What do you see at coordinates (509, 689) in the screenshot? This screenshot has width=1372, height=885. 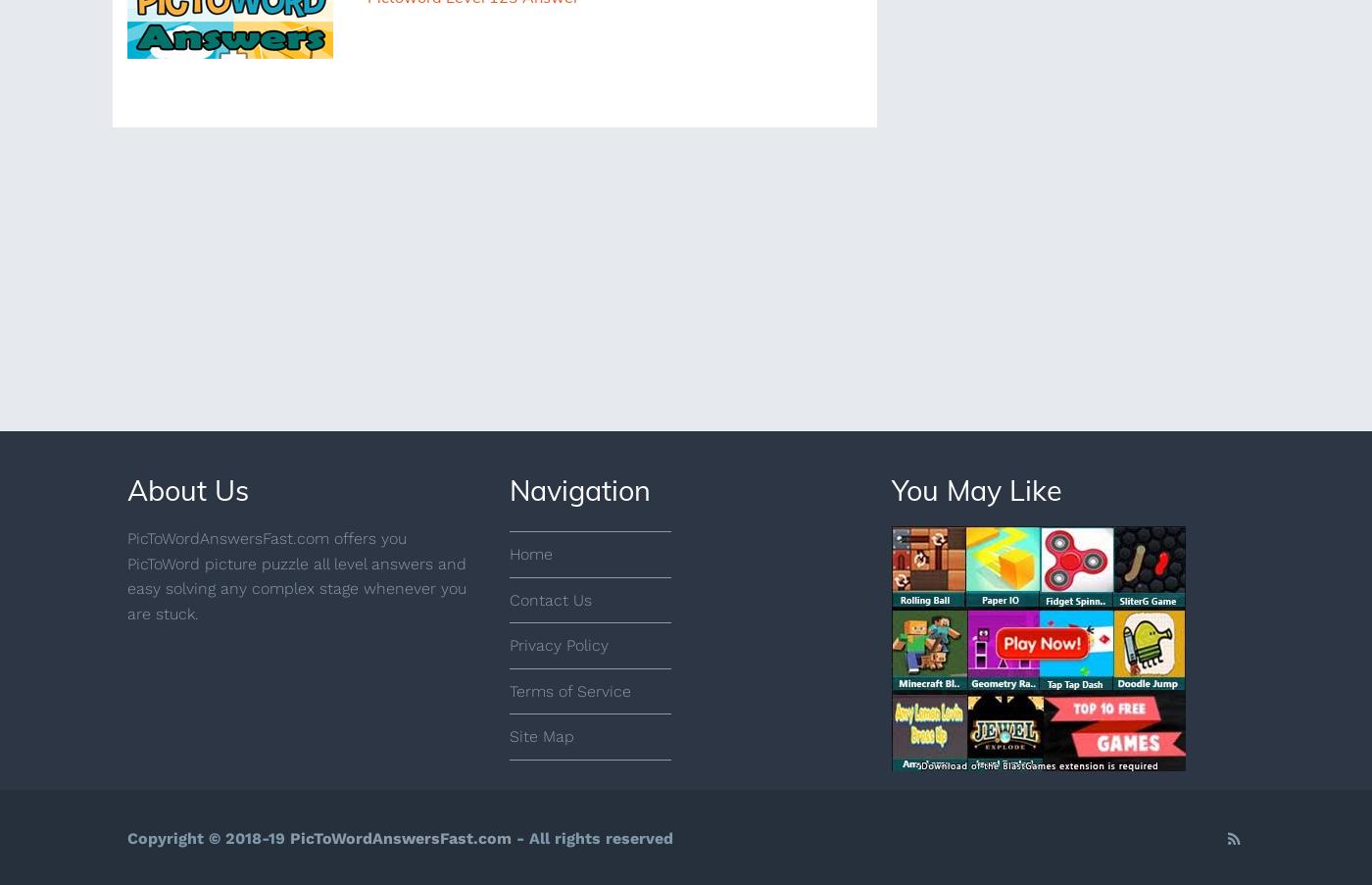 I see `'Terms of Service'` at bounding box center [509, 689].